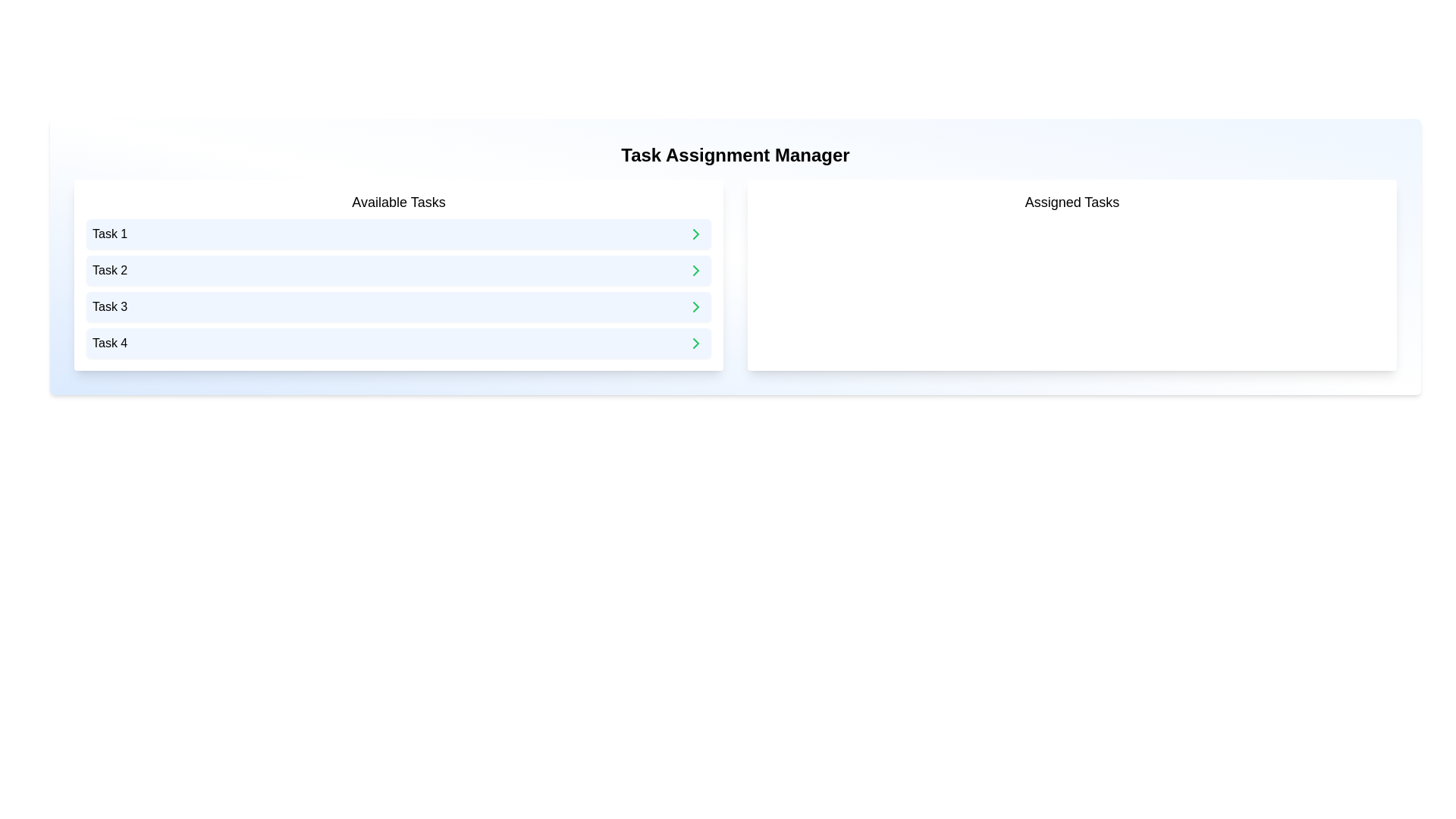 Image resolution: width=1456 pixels, height=819 pixels. Describe the element at coordinates (695, 343) in the screenshot. I see `arrow button next to Task 4 to assign it to the assigned list` at that location.